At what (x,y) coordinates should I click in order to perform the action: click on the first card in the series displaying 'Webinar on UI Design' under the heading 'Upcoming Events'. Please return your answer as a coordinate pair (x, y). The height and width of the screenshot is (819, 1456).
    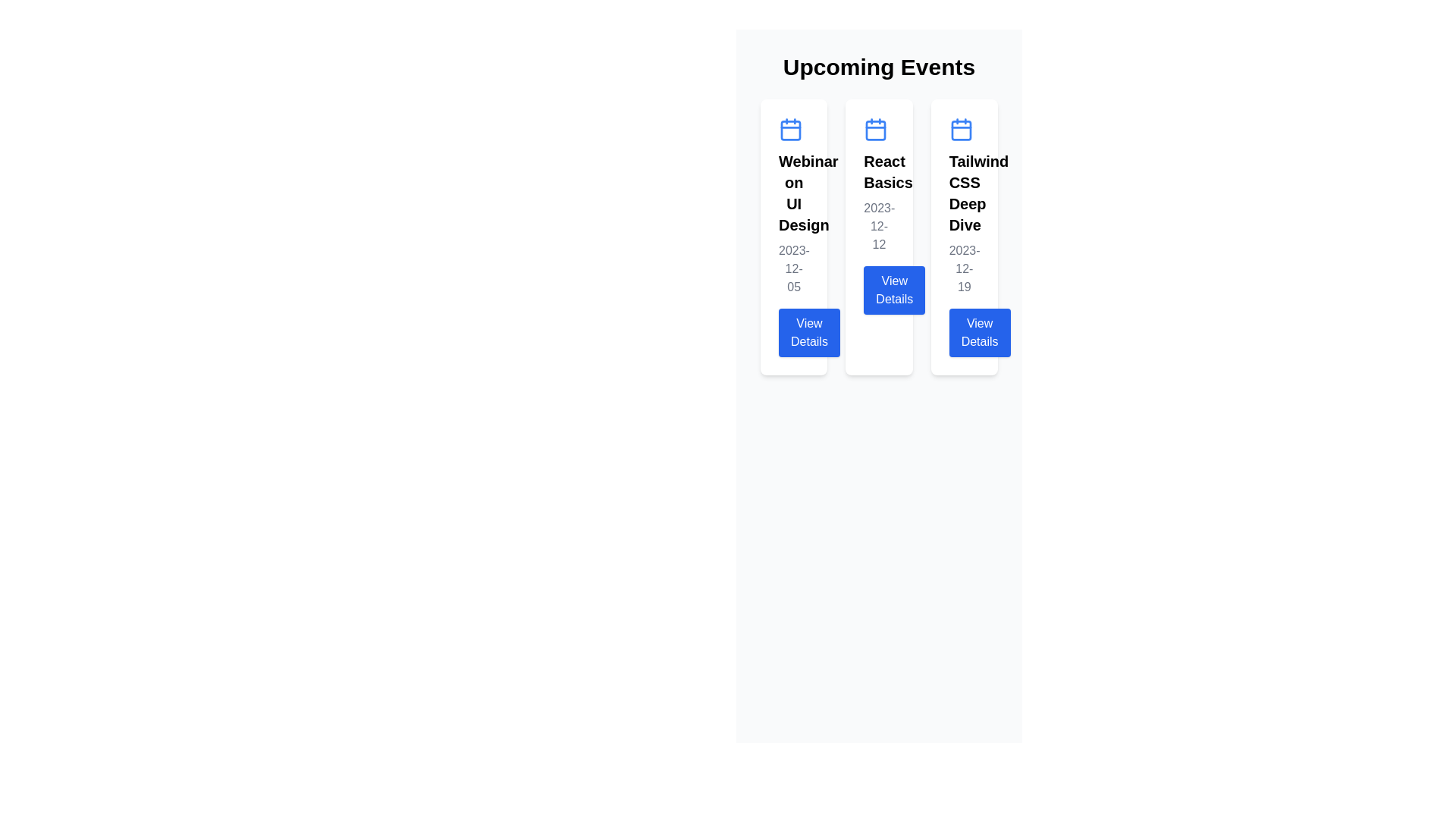
    Looking at the image, I should click on (793, 237).